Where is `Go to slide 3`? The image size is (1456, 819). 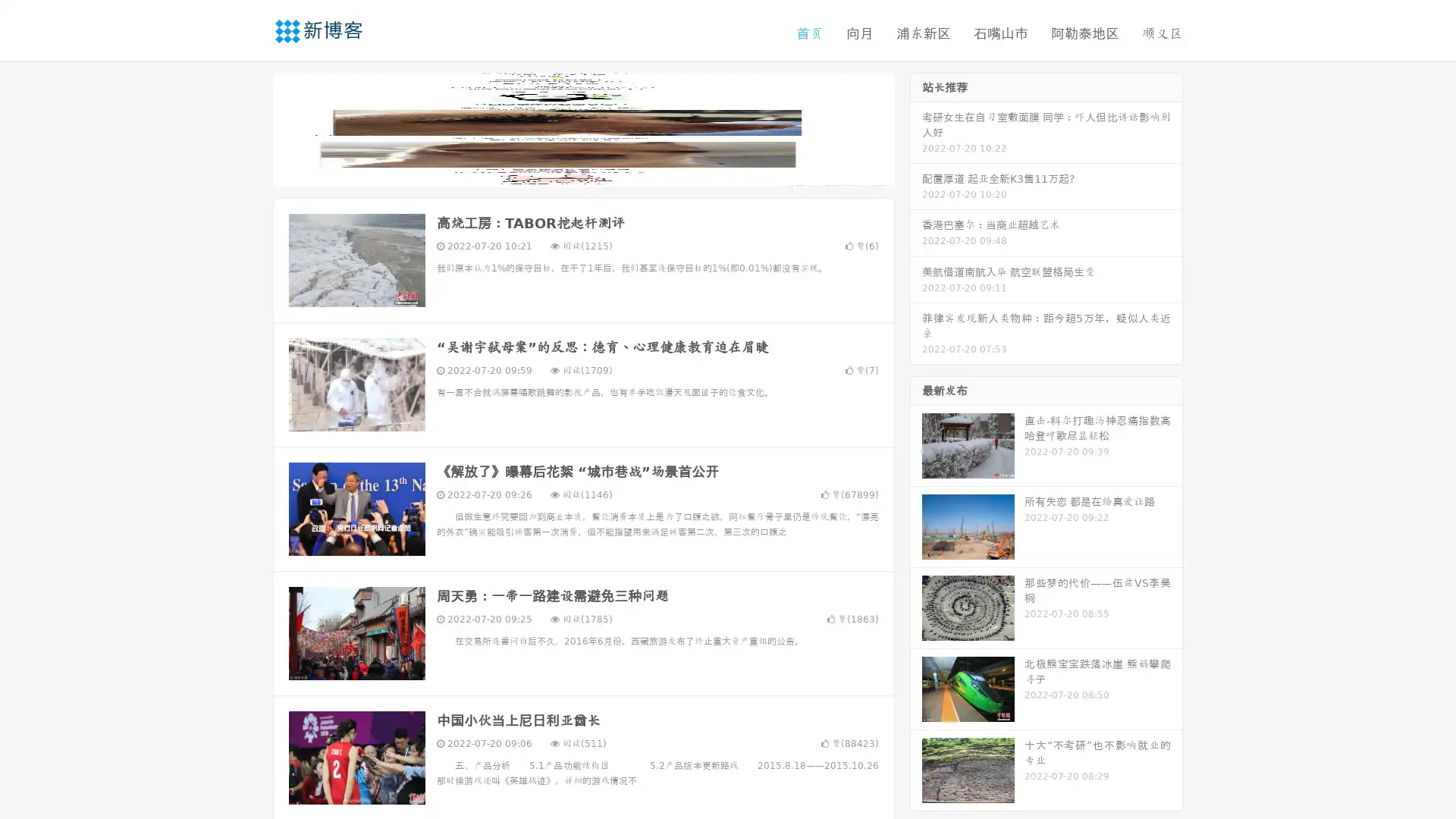
Go to slide 3 is located at coordinates (598, 171).